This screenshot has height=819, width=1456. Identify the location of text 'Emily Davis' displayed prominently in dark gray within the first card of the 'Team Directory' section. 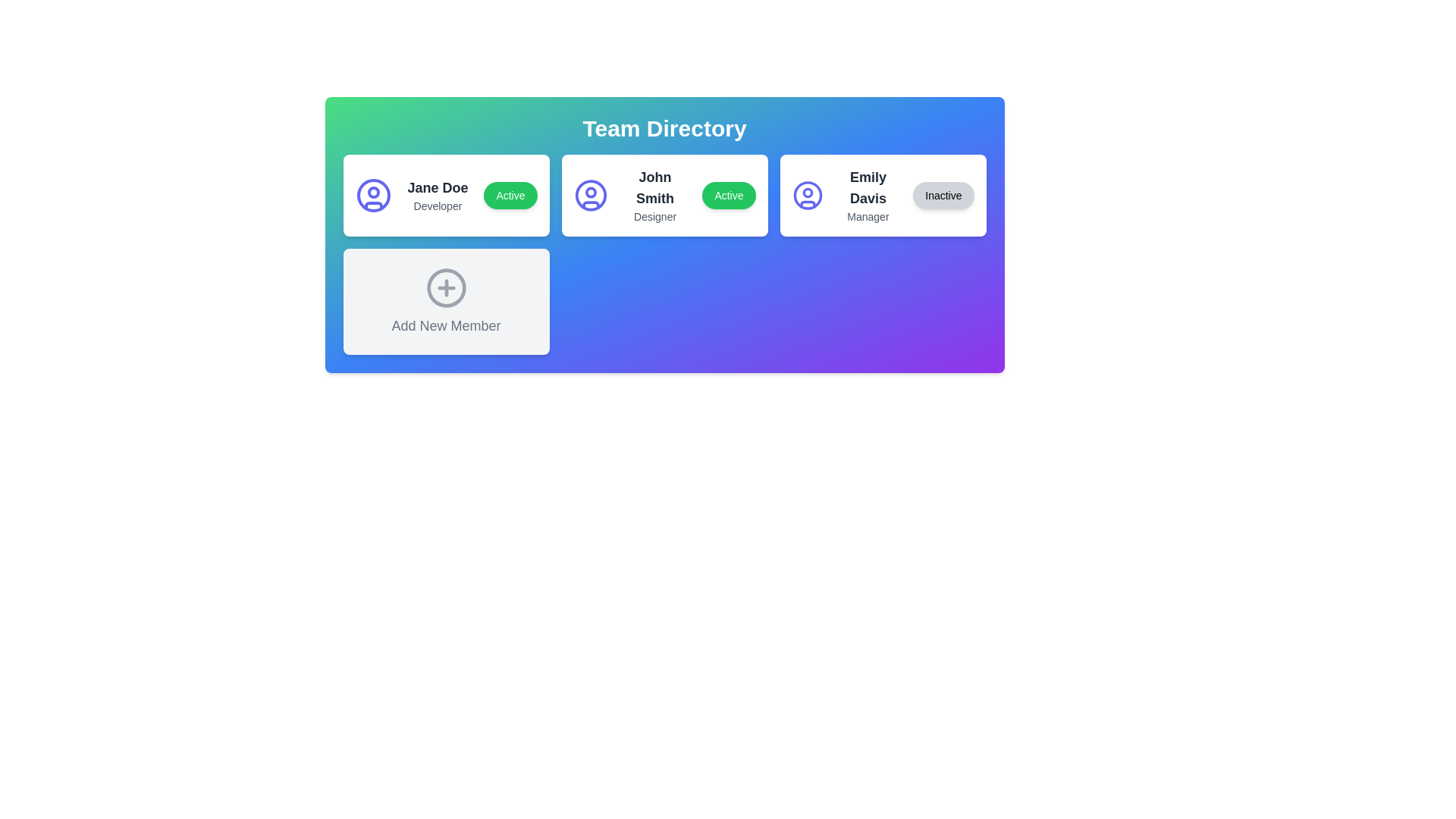
(868, 187).